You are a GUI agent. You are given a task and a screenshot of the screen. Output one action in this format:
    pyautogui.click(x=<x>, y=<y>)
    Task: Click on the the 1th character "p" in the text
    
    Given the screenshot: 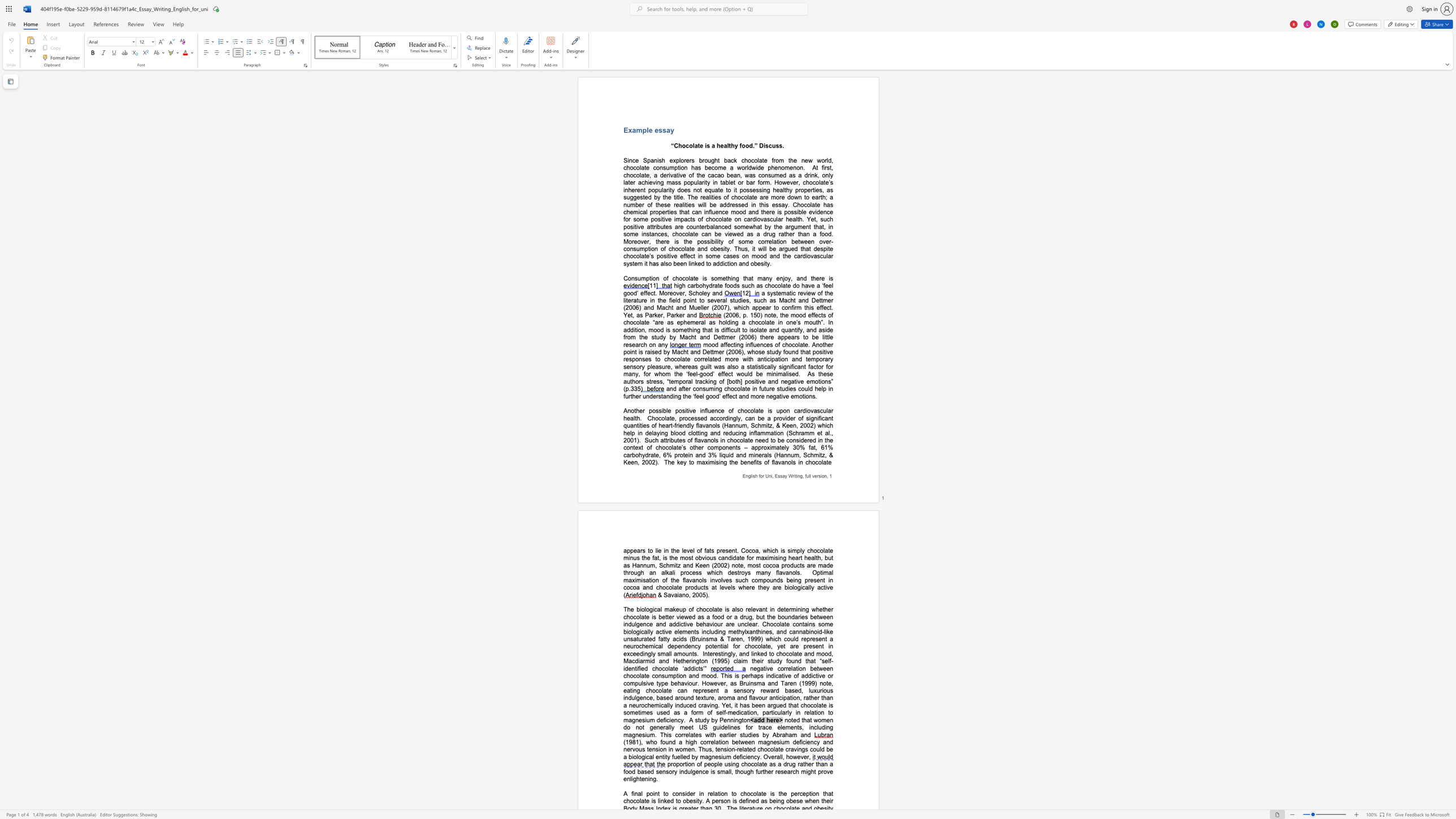 What is the action you would take?
    pyautogui.click(x=643, y=129)
    